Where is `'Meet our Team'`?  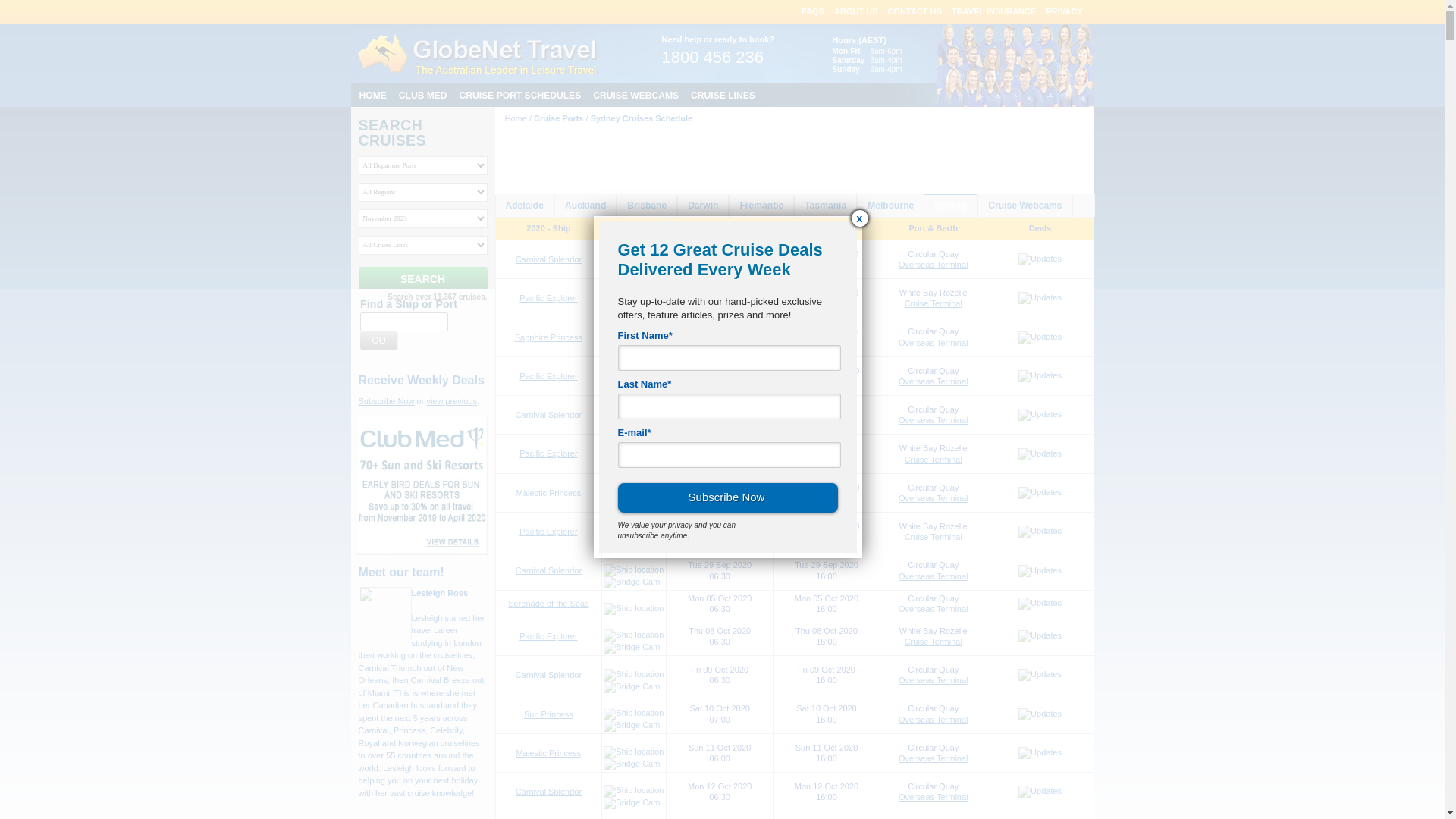
'Meet our Team' is located at coordinates (949, 64).